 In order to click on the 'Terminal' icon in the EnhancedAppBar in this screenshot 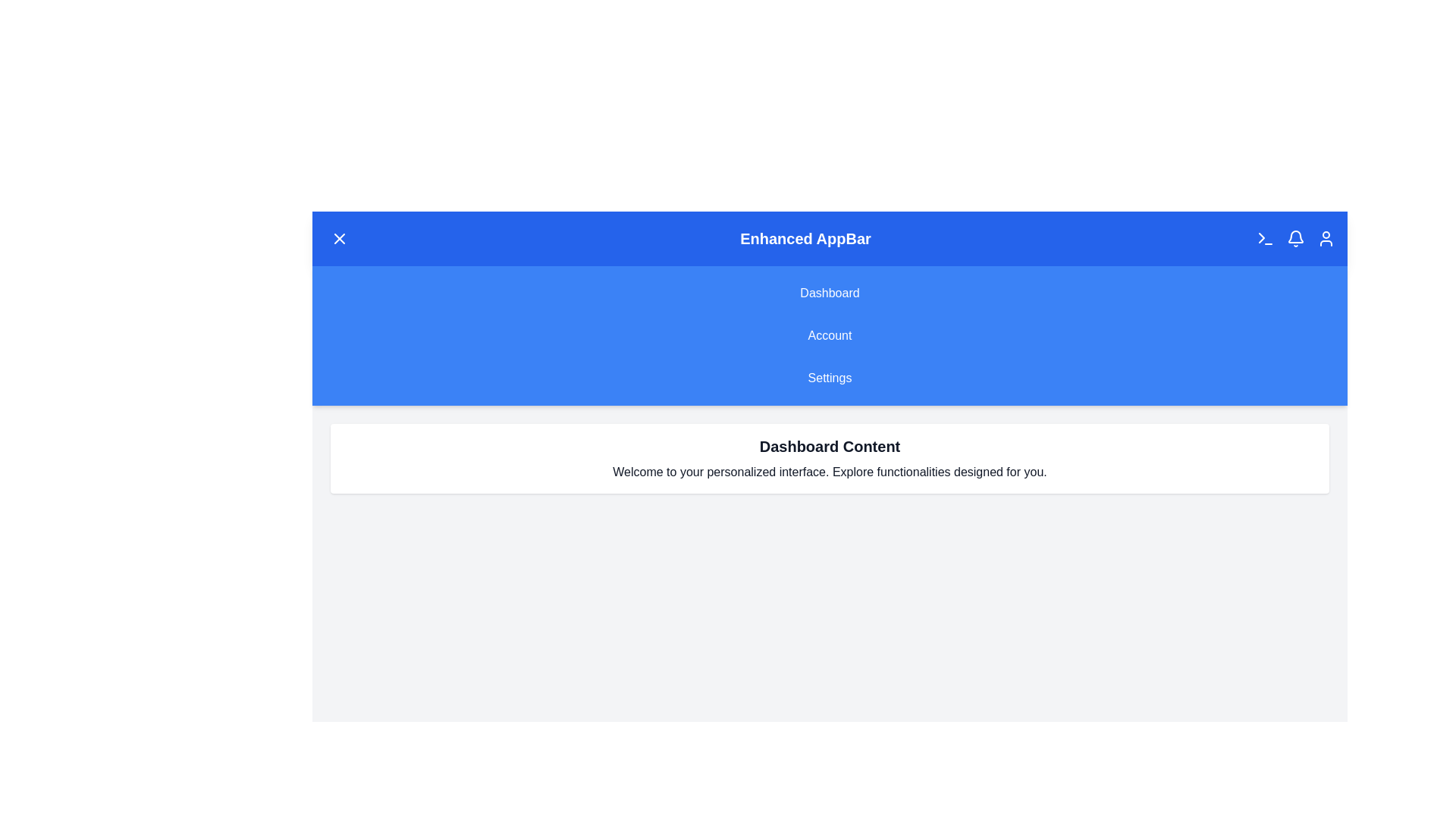, I will do `click(1266, 239)`.